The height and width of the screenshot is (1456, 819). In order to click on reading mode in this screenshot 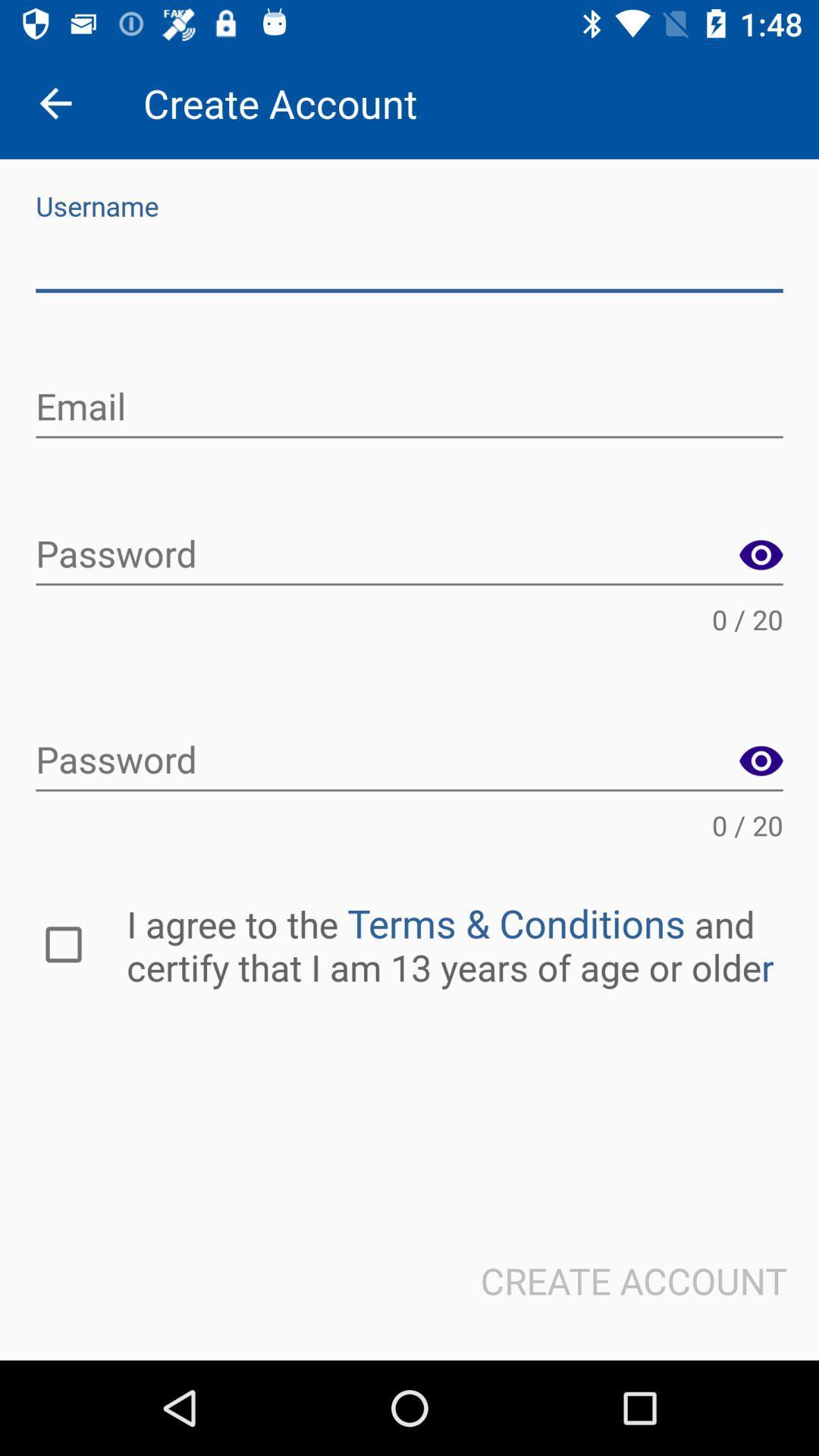, I will do `click(761, 555)`.